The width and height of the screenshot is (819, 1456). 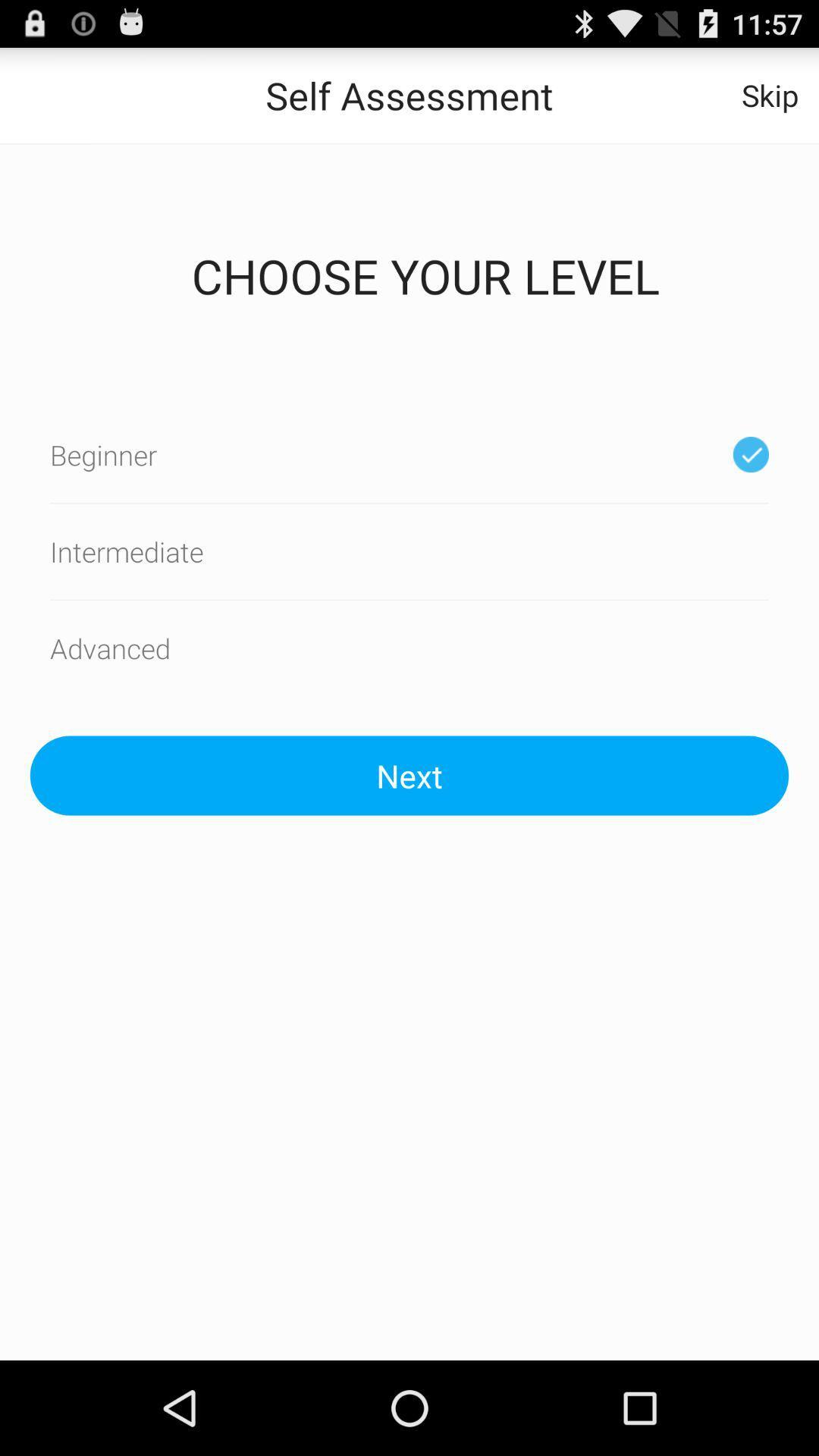 I want to click on the next icon, so click(x=409, y=775).